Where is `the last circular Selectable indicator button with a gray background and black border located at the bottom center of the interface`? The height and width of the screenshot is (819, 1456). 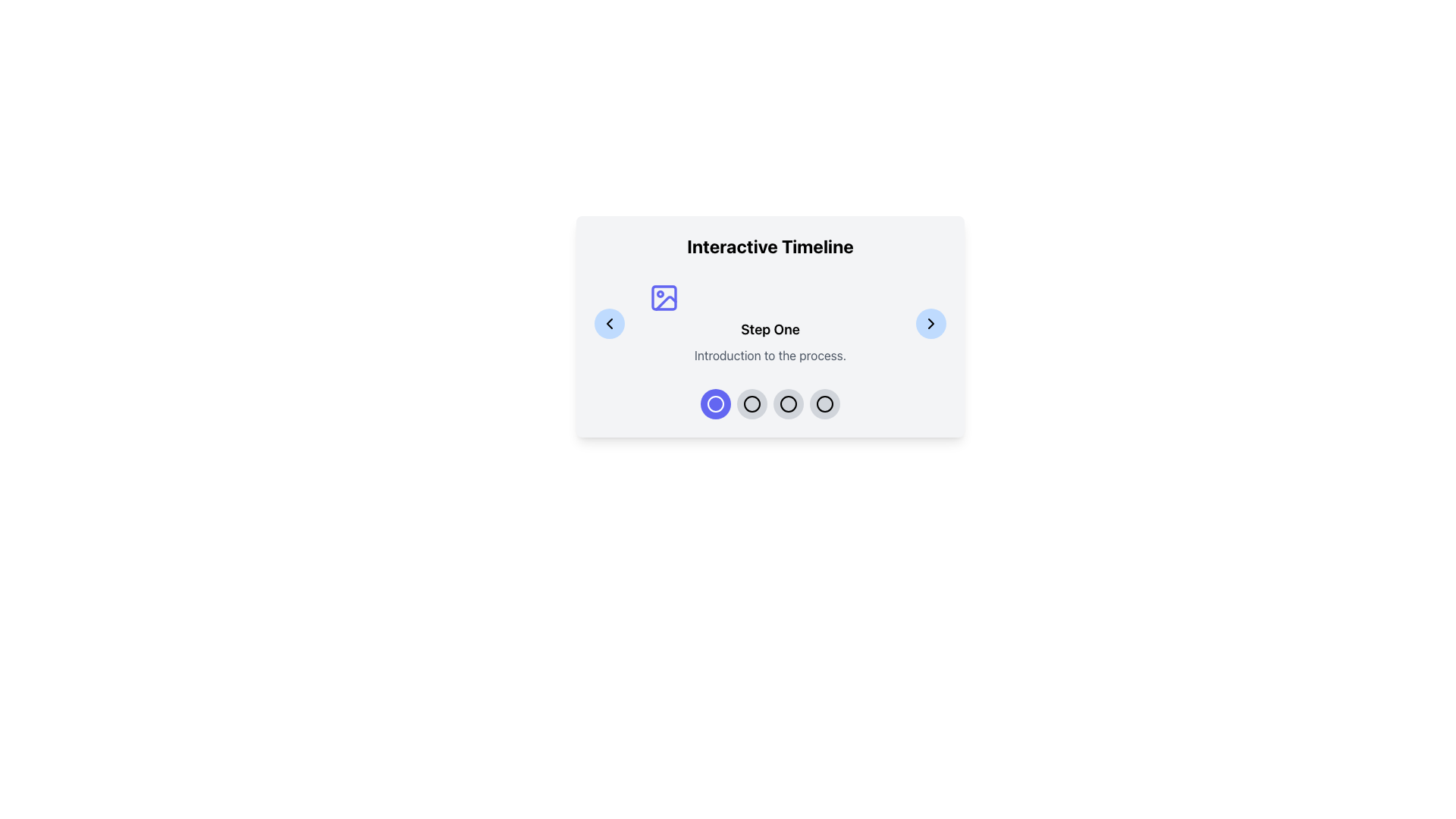 the last circular Selectable indicator button with a gray background and black border located at the bottom center of the interface is located at coordinates (824, 403).